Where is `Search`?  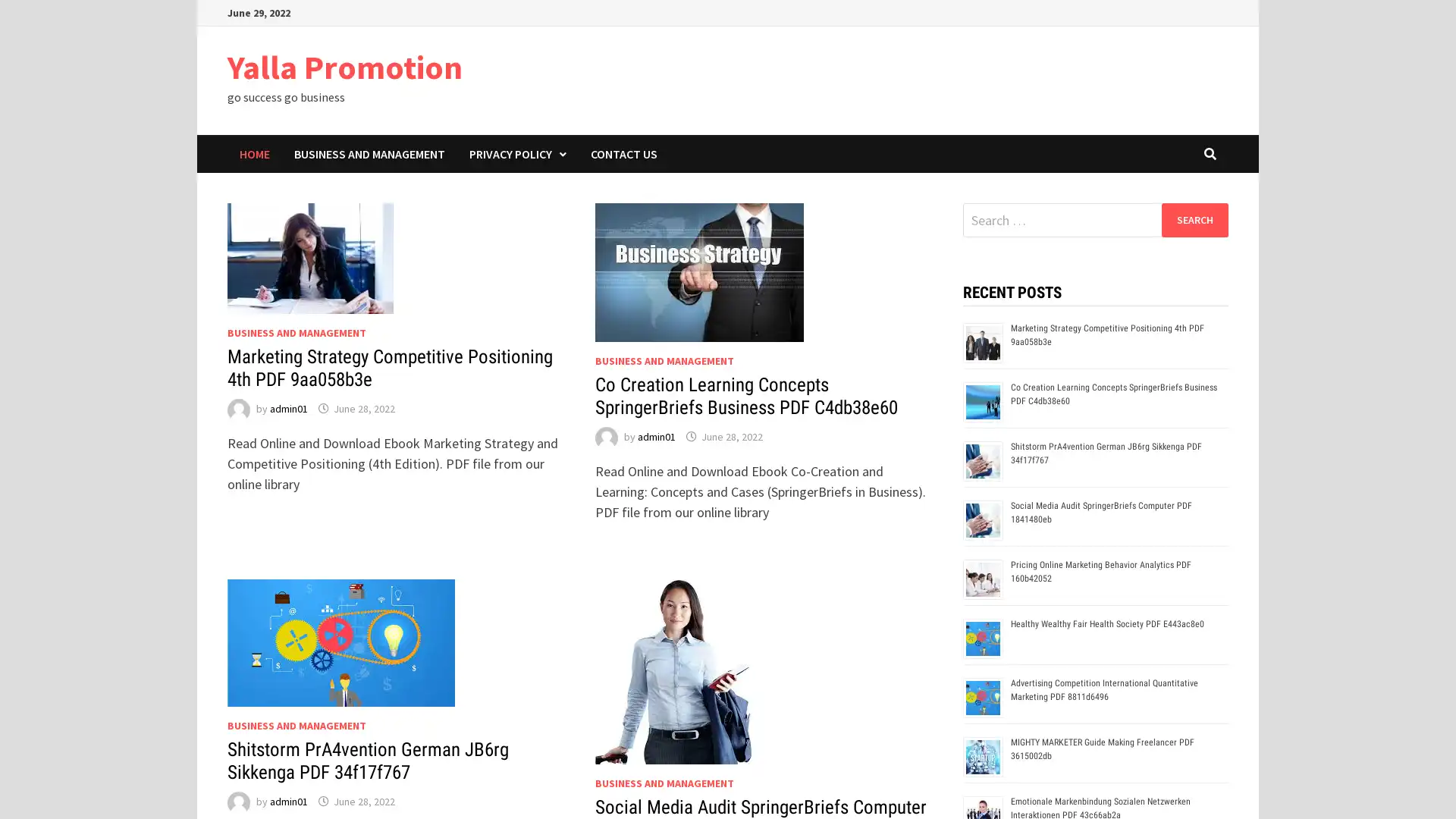 Search is located at coordinates (1194, 219).